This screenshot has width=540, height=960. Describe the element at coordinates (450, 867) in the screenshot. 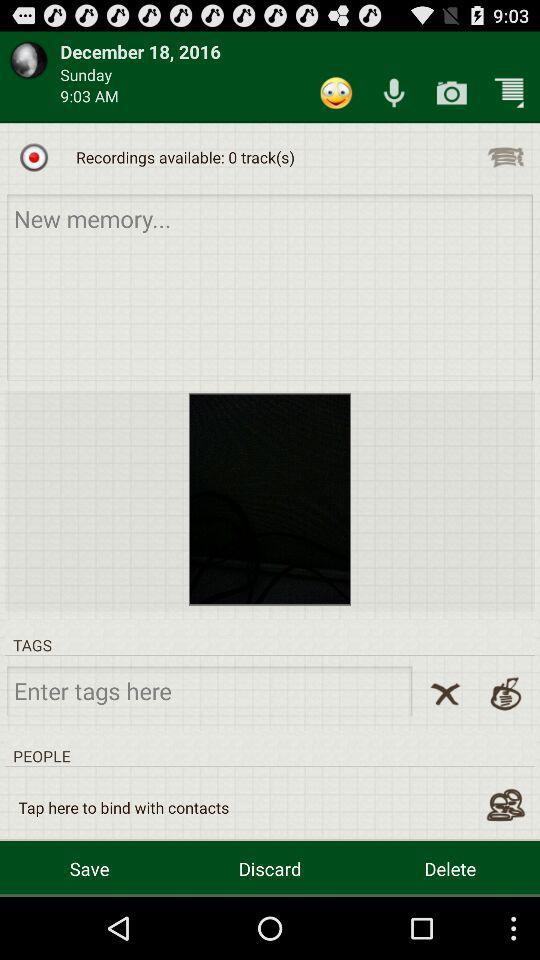

I see `delete button` at that location.